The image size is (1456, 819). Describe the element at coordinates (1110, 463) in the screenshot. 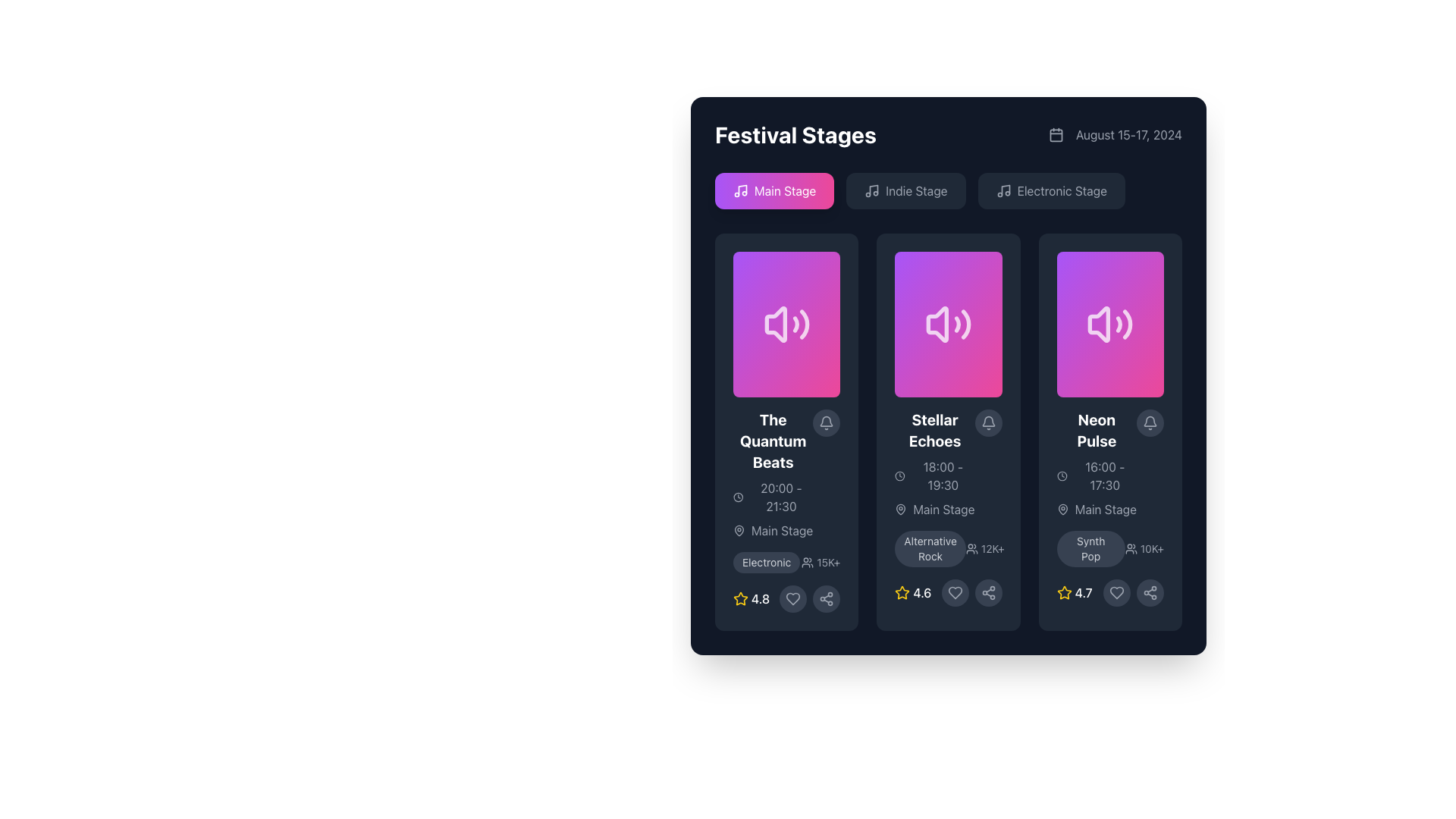

I see `the interactive elements adjacent to the informational header for the 'Neon Pulse' event, which is centrally located within the third card of the event cards` at that location.